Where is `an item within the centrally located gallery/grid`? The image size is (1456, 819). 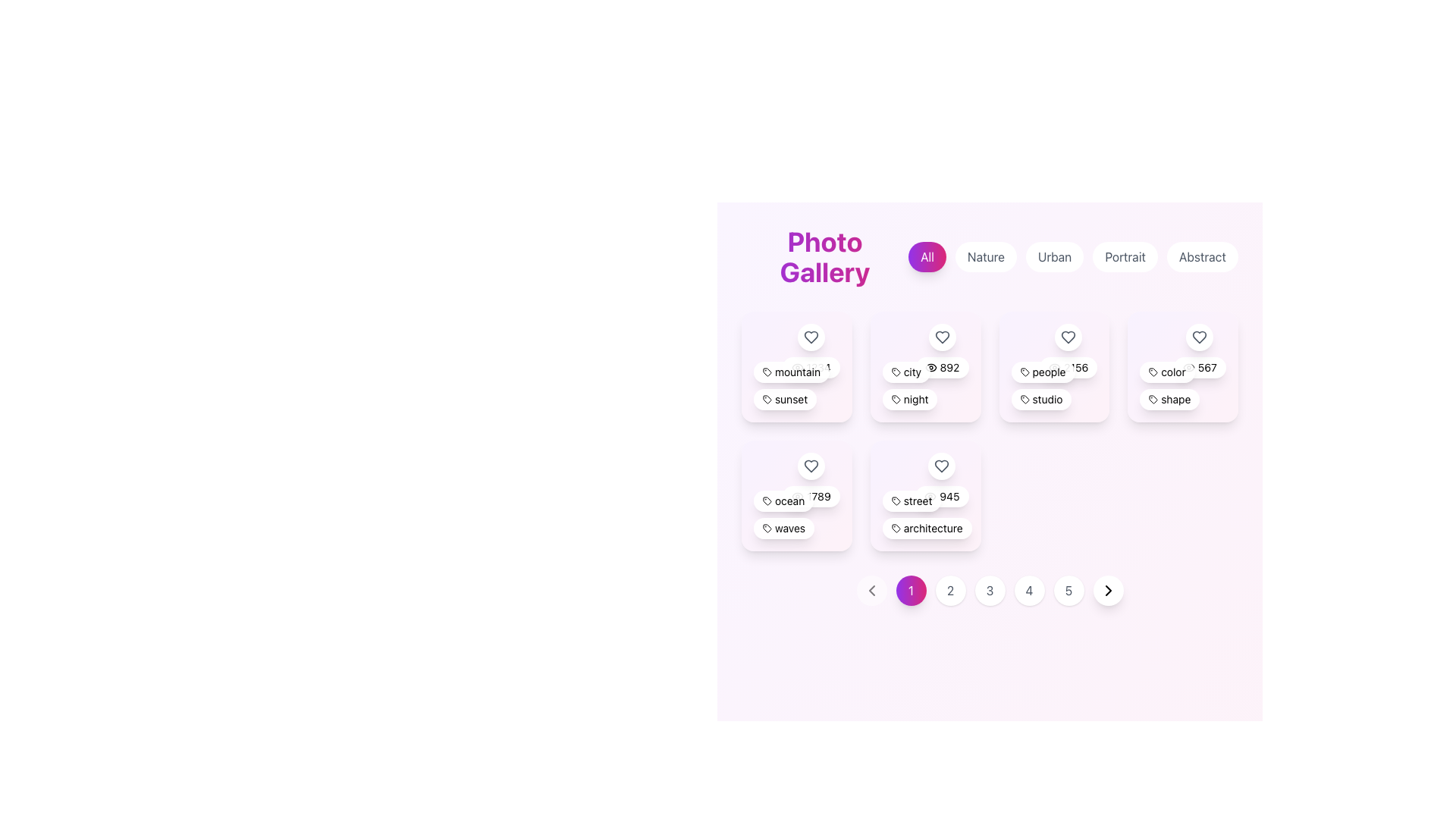
an item within the centrally located gallery/grid is located at coordinates (990, 416).